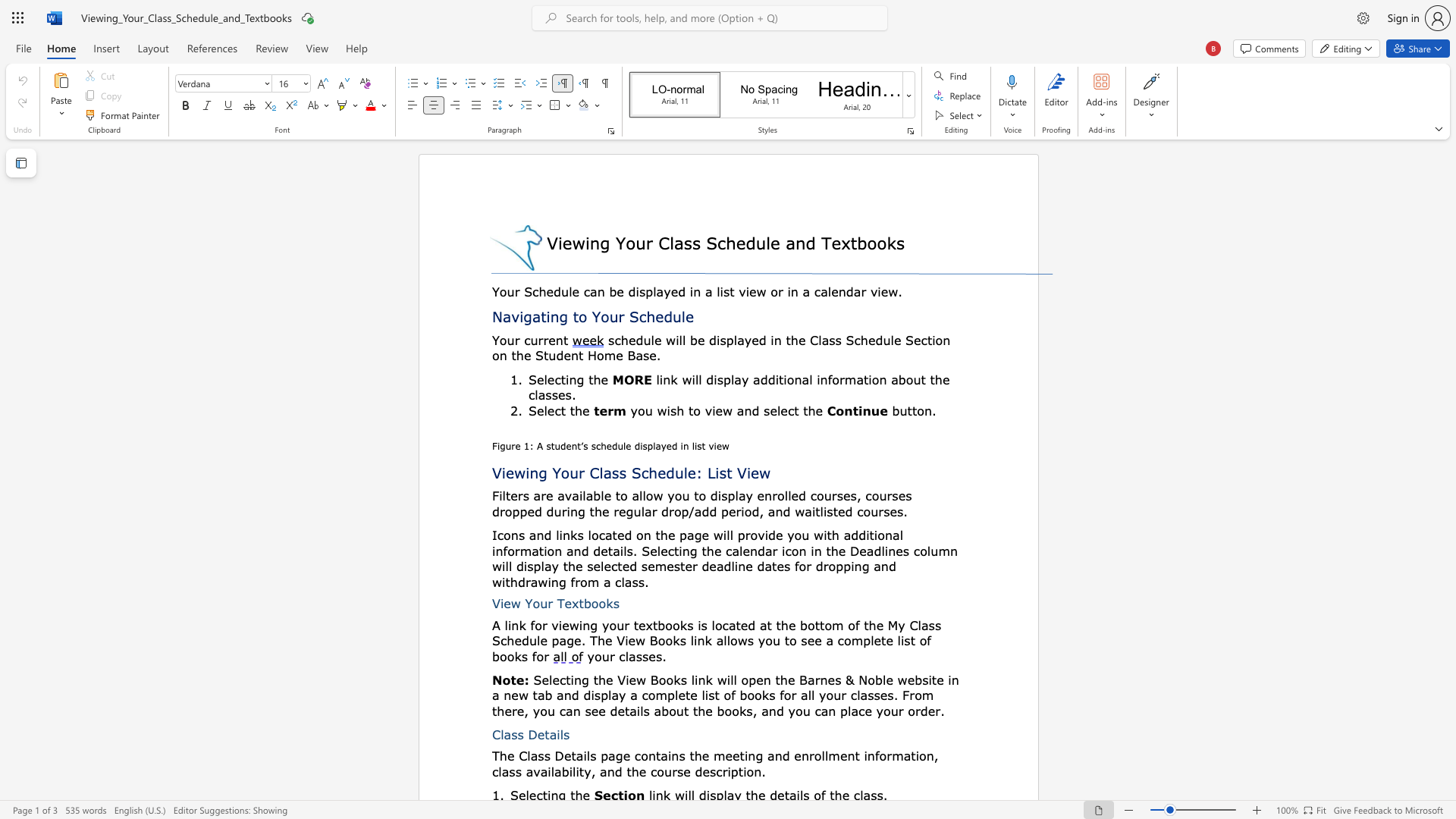 The image size is (1456, 819). I want to click on the subset text "gating to Your Sch" within the text "Navigating to Your Schedule", so click(523, 315).